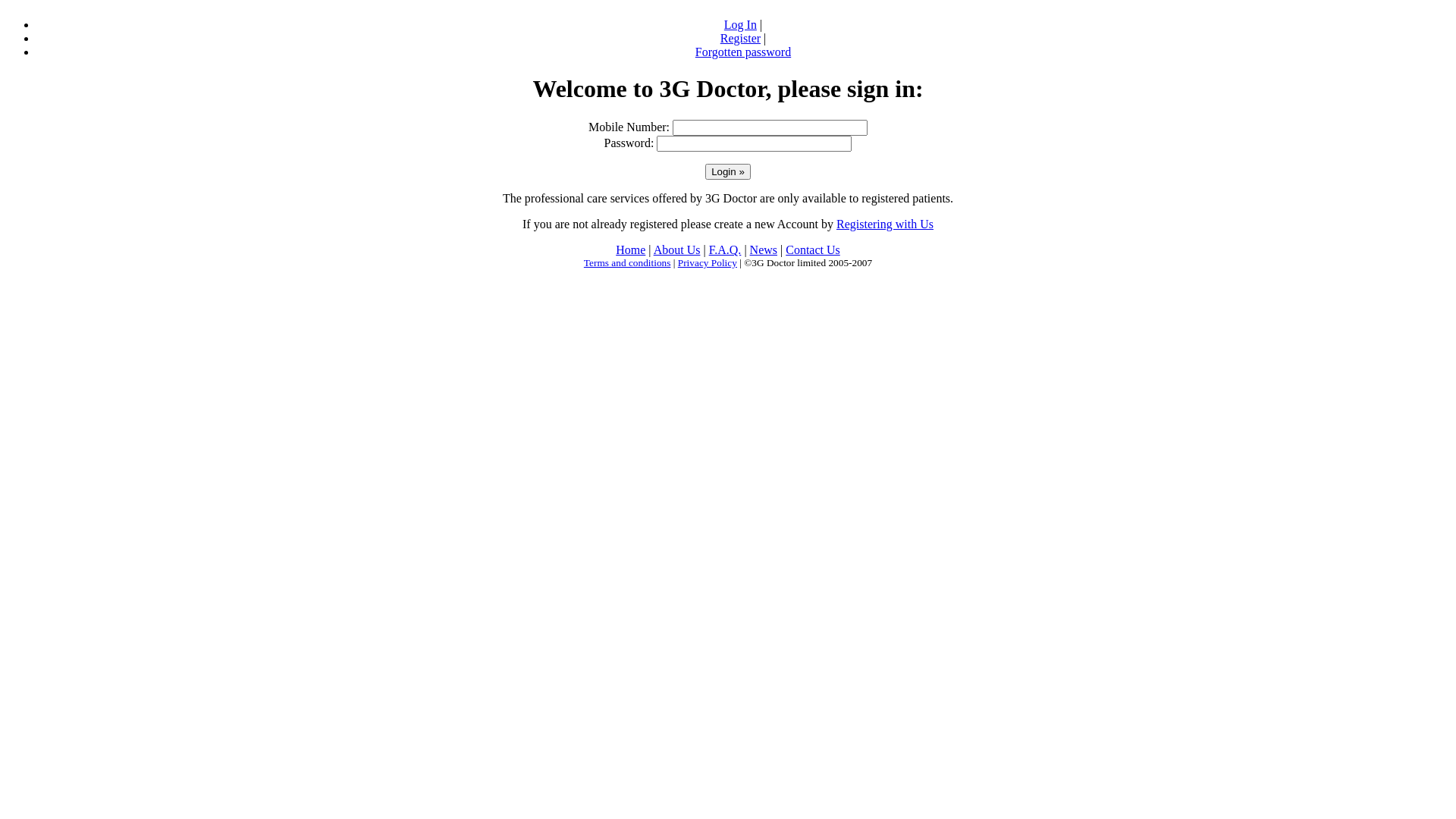 This screenshot has height=819, width=1456. Describe the element at coordinates (811, 249) in the screenshot. I see `'Contact Us'` at that location.